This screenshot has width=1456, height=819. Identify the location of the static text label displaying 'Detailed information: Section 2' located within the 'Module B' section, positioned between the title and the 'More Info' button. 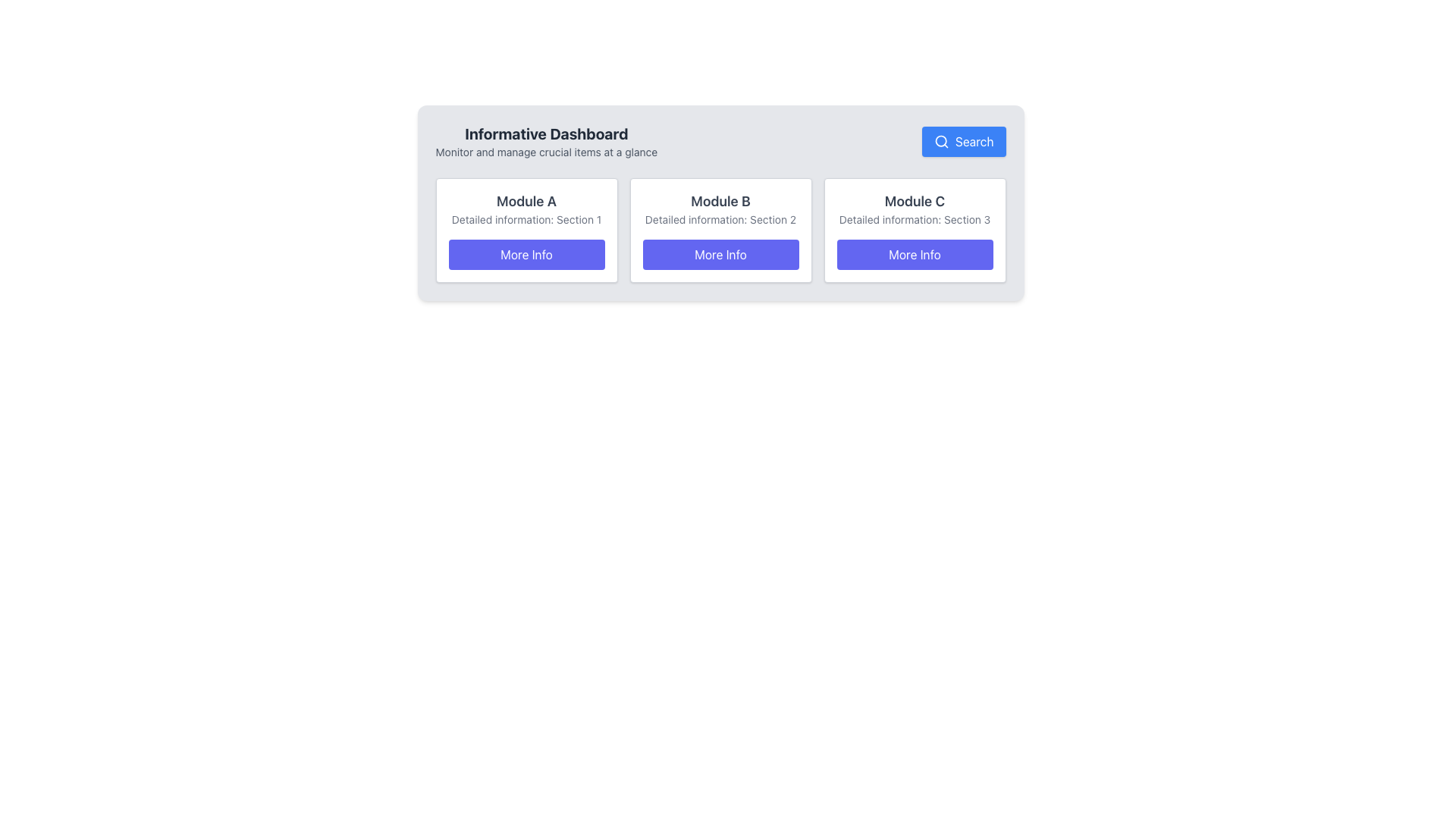
(720, 219).